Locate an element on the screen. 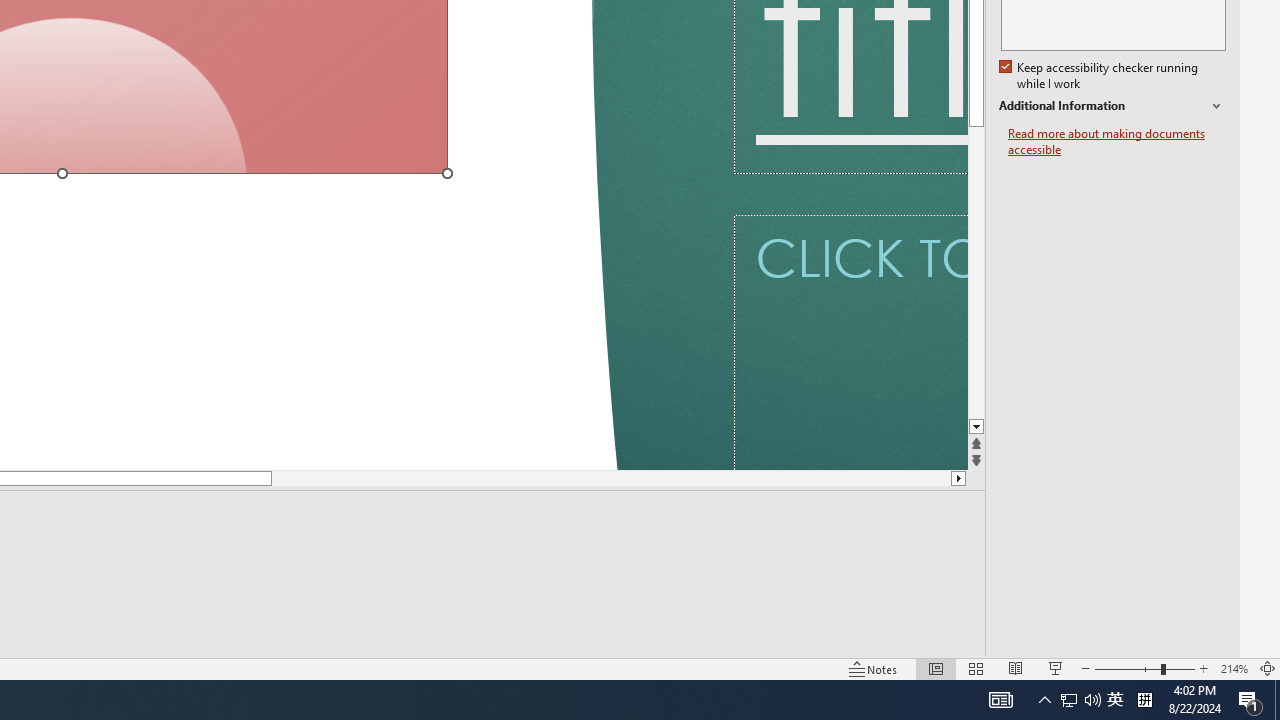  'Zoom Out' is located at coordinates (1127, 669).